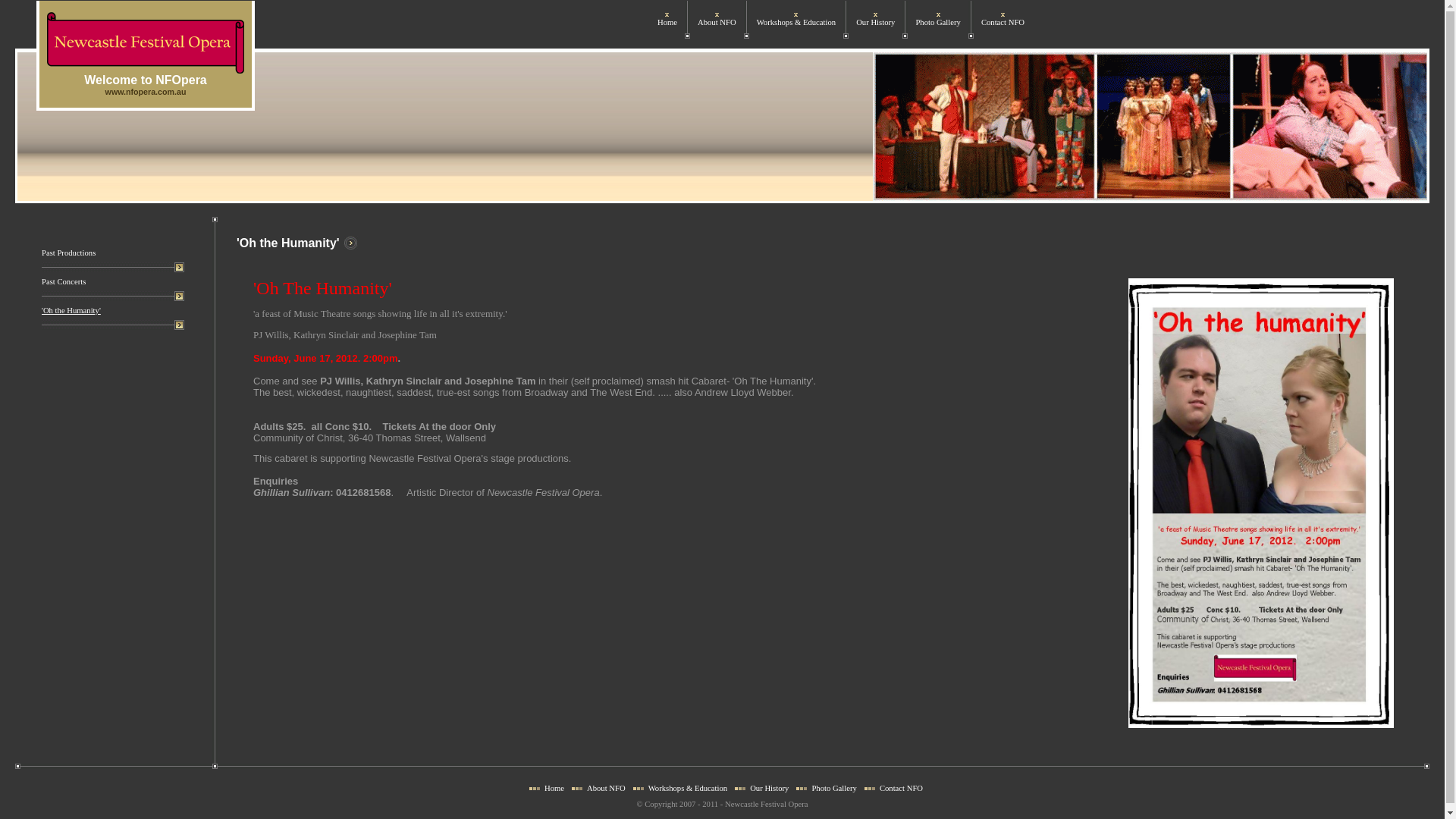 The image size is (1456, 819). I want to click on 'Our History', so click(875, 23).